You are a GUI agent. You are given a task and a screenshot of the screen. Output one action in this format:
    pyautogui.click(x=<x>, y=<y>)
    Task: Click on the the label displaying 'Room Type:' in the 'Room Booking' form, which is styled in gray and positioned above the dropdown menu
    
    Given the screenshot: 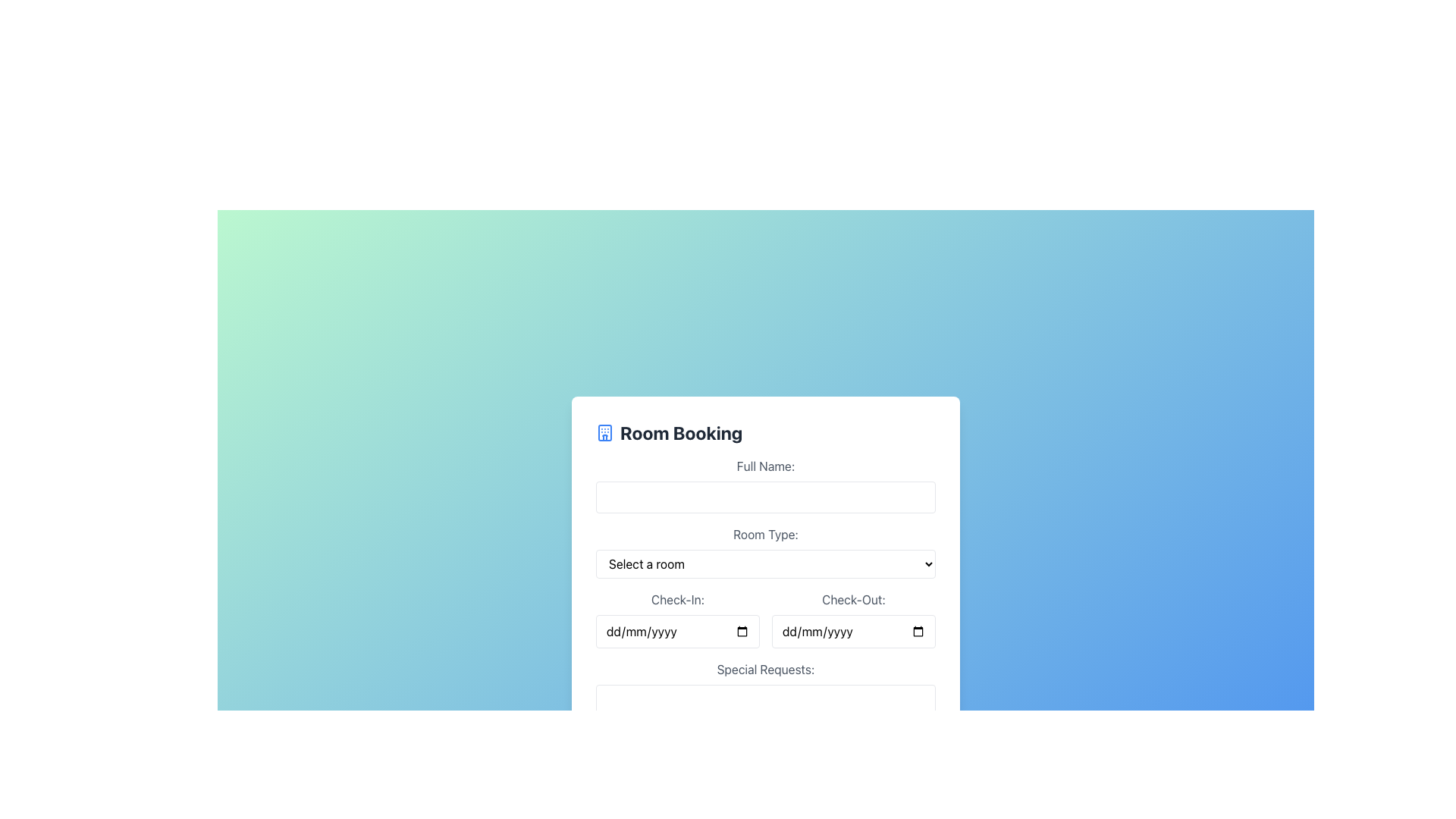 What is the action you would take?
    pyautogui.click(x=765, y=534)
    